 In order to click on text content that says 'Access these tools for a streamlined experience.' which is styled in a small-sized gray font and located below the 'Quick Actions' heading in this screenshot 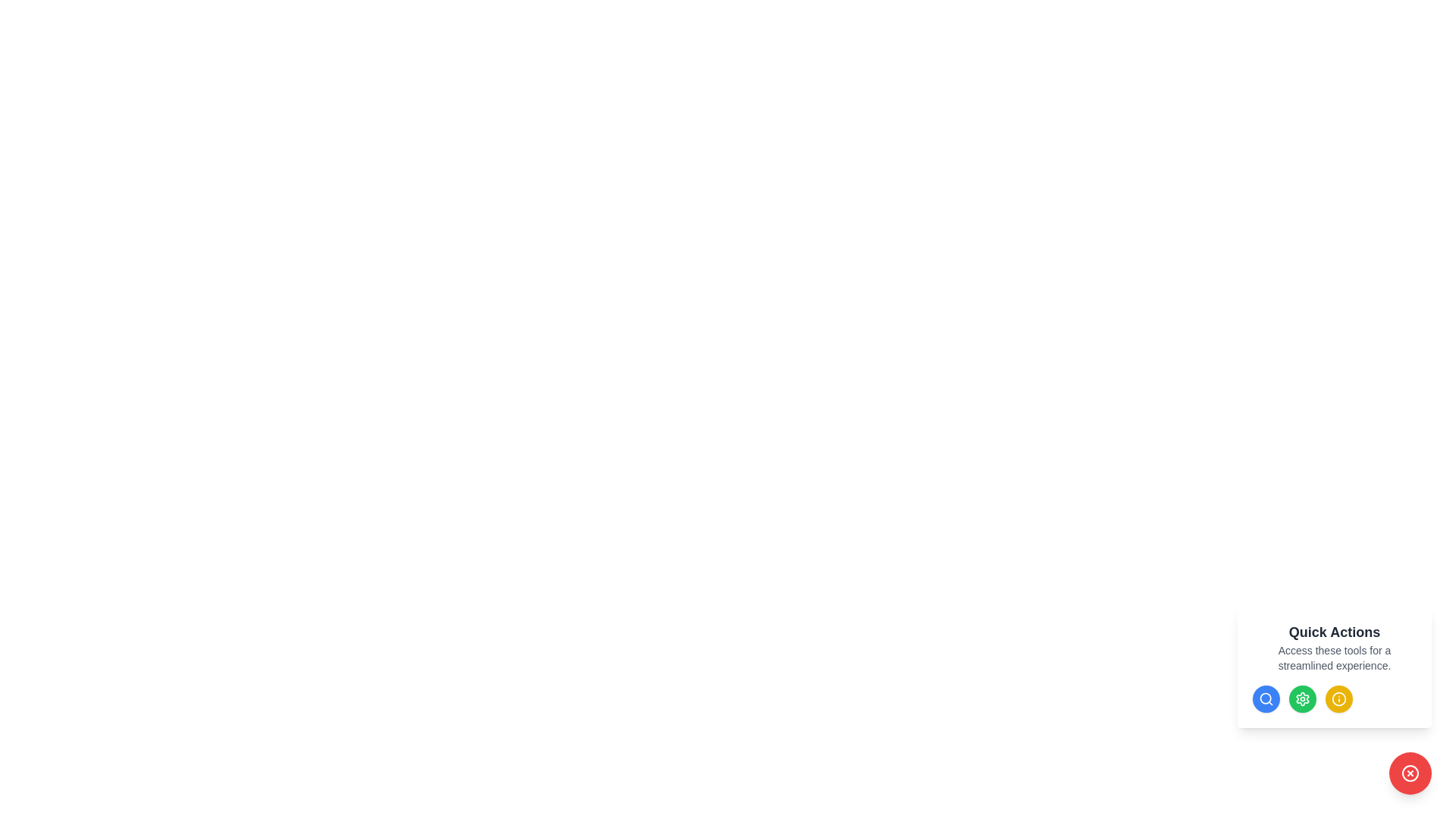, I will do `click(1335, 657)`.